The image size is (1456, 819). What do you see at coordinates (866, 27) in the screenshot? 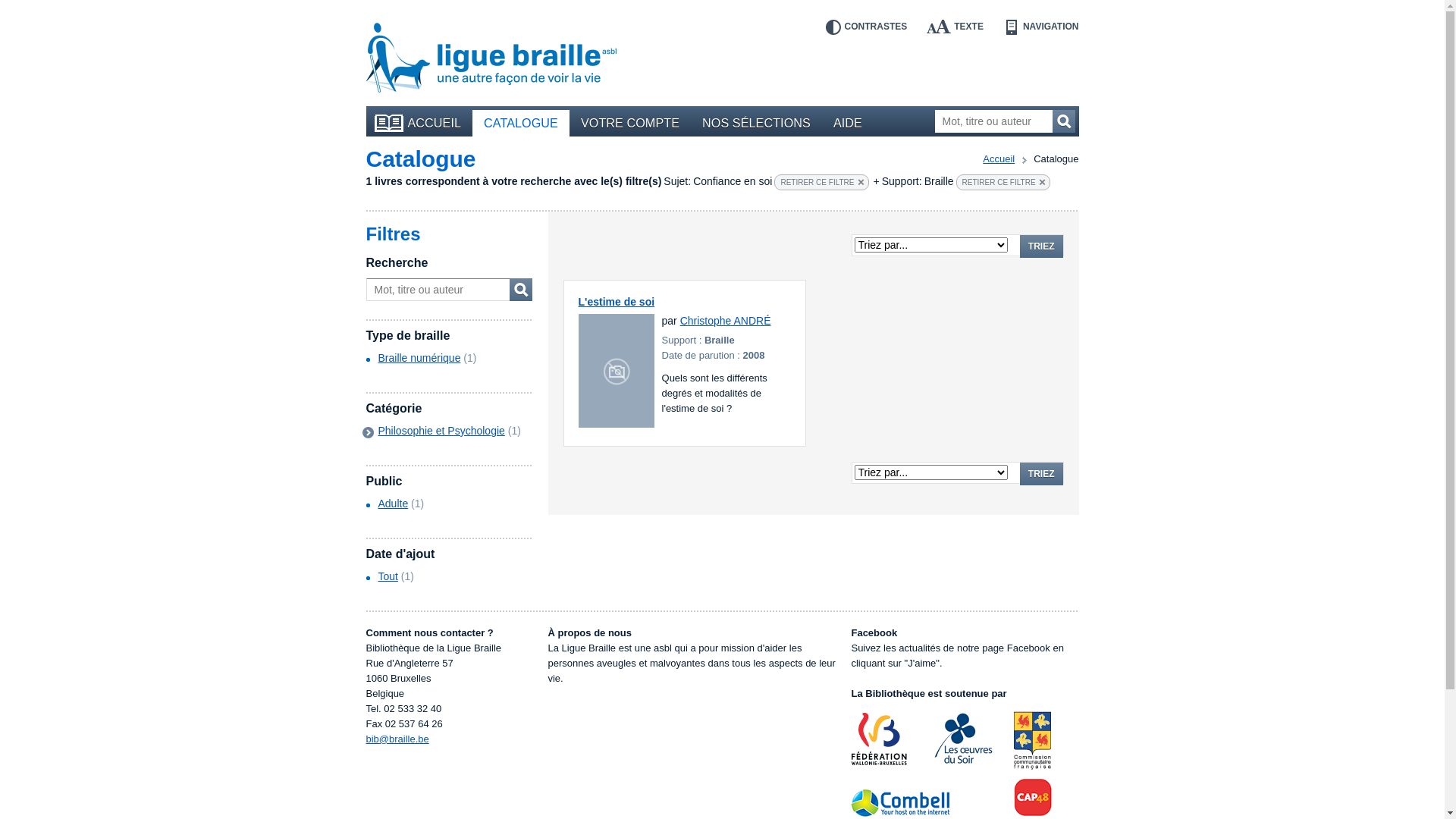
I see `'CONTRASTES'` at bounding box center [866, 27].